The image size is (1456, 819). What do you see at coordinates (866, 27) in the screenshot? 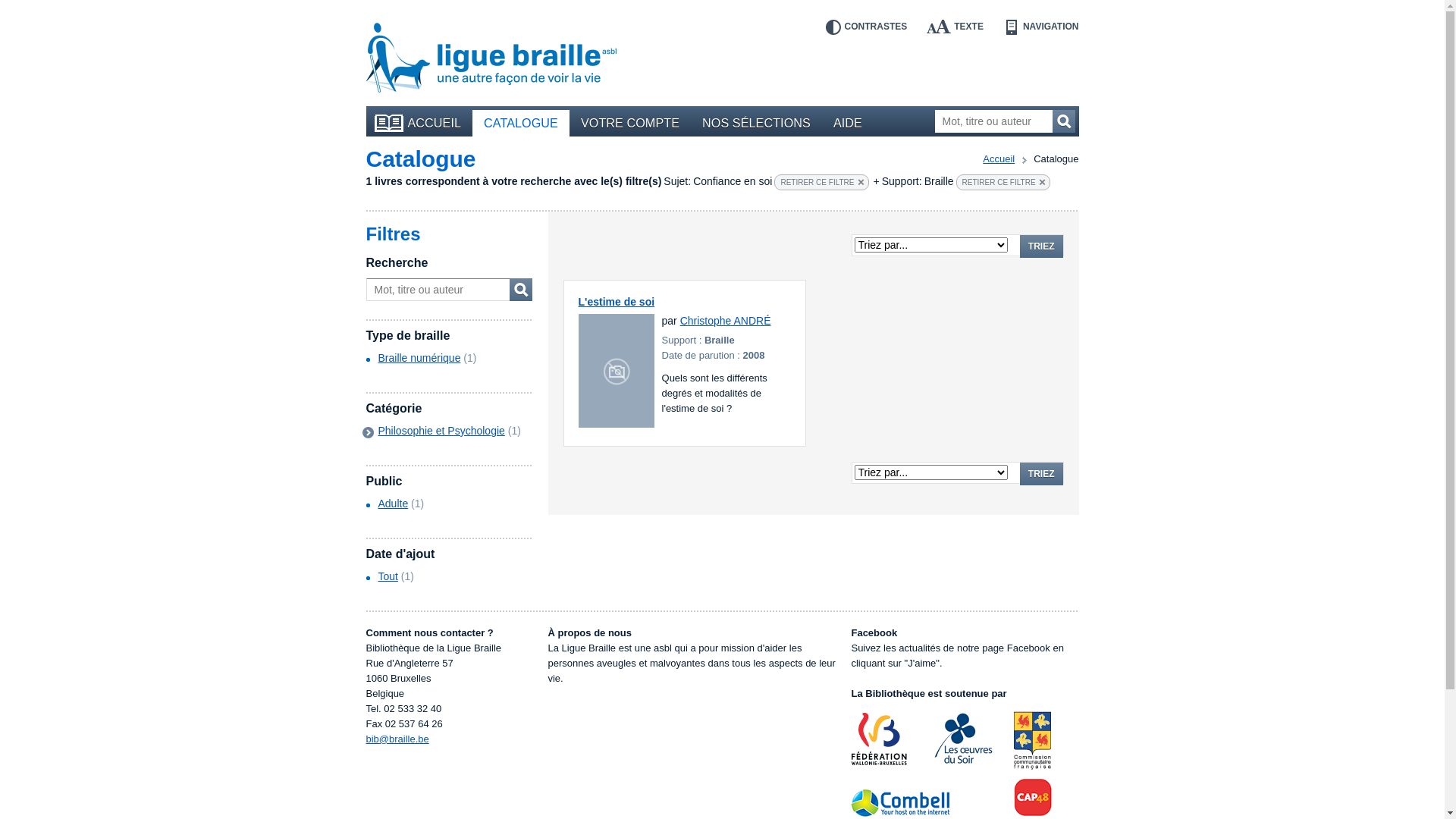
I see `'CONTRASTES'` at bounding box center [866, 27].